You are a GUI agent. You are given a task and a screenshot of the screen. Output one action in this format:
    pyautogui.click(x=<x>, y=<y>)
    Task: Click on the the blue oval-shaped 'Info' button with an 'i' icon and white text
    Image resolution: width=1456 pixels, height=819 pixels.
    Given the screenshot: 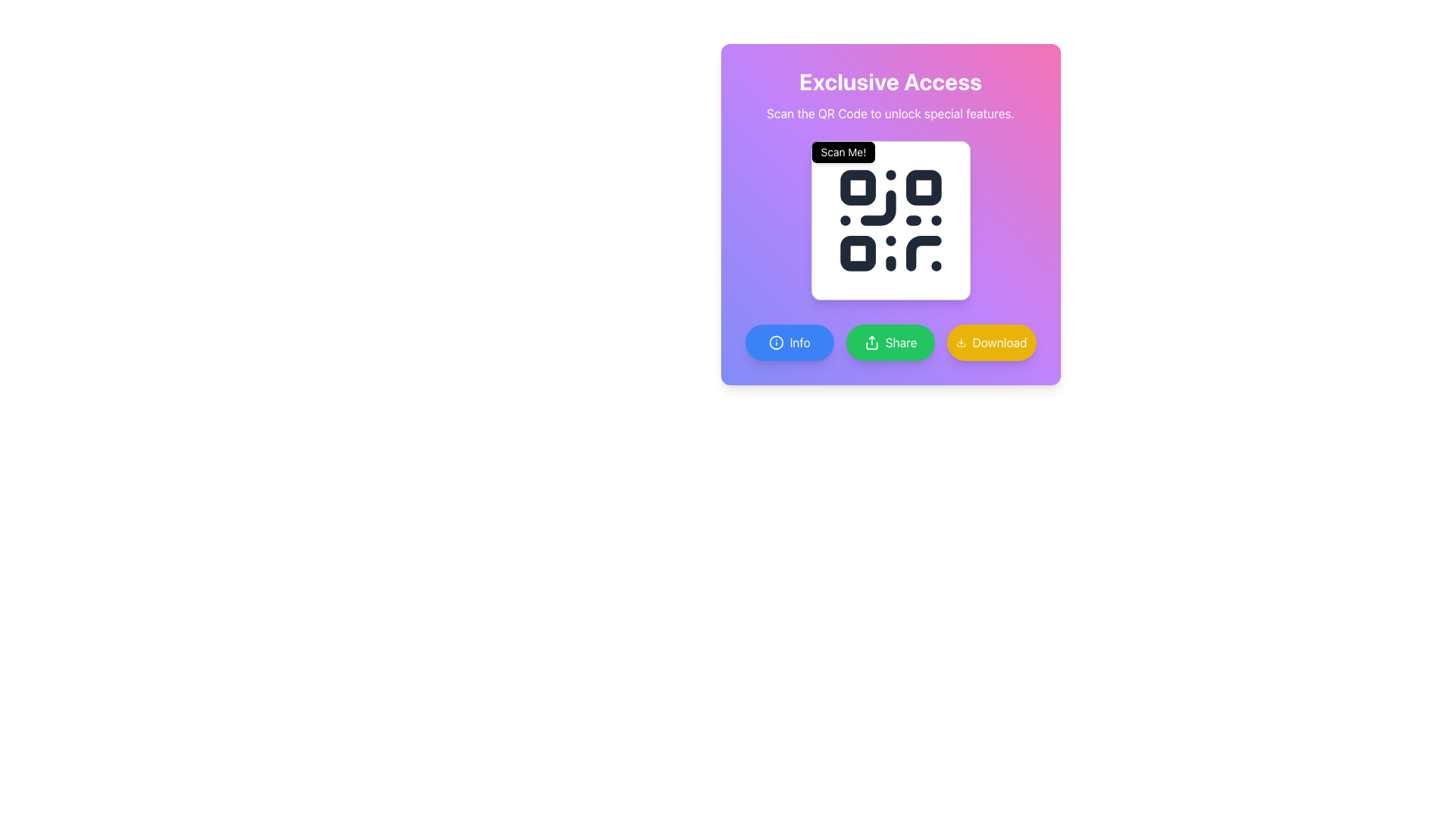 What is the action you would take?
    pyautogui.click(x=789, y=342)
    